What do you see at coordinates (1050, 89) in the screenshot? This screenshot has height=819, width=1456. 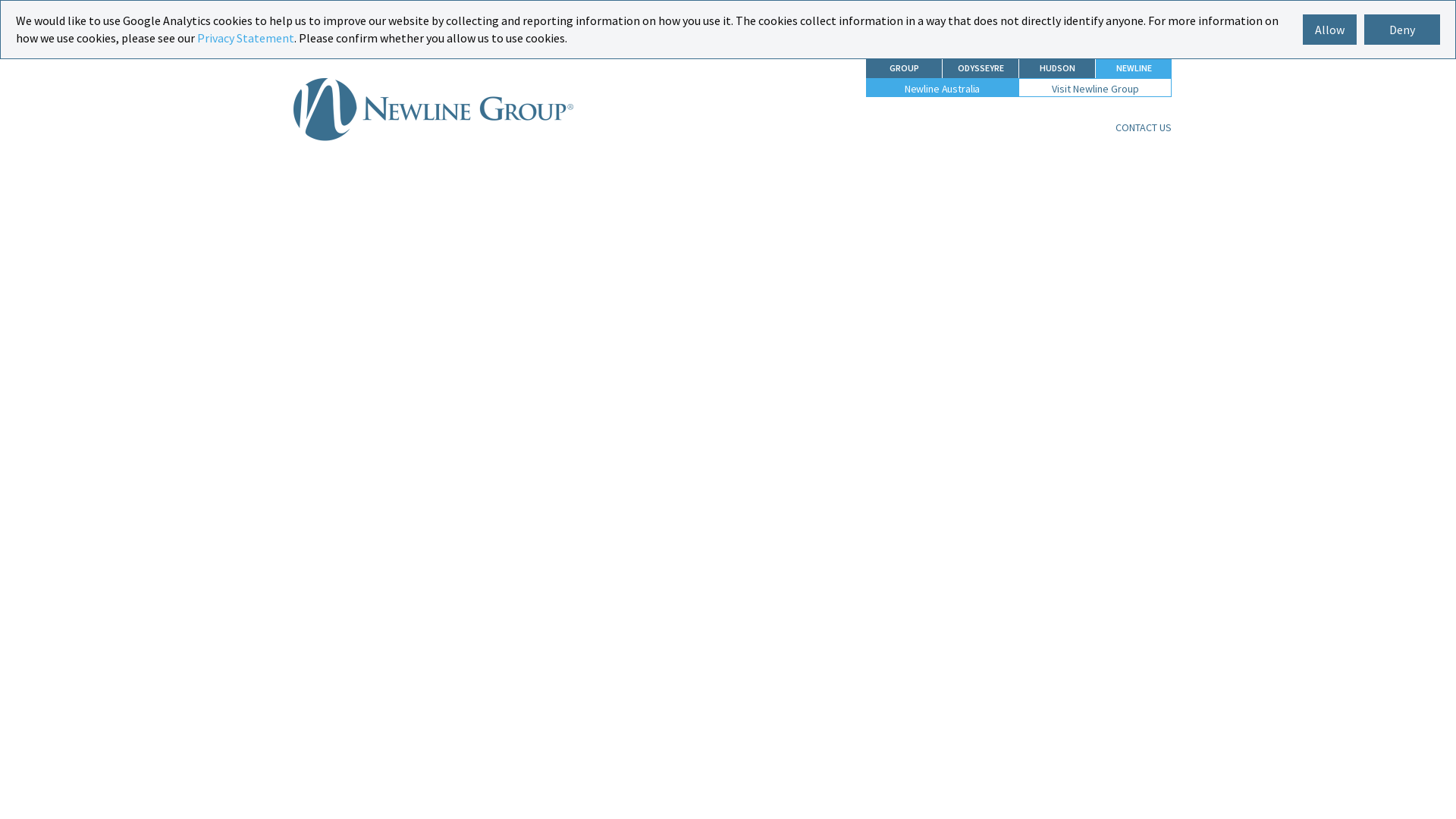 I see `'Visit Newline Group'` at bounding box center [1050, 89].